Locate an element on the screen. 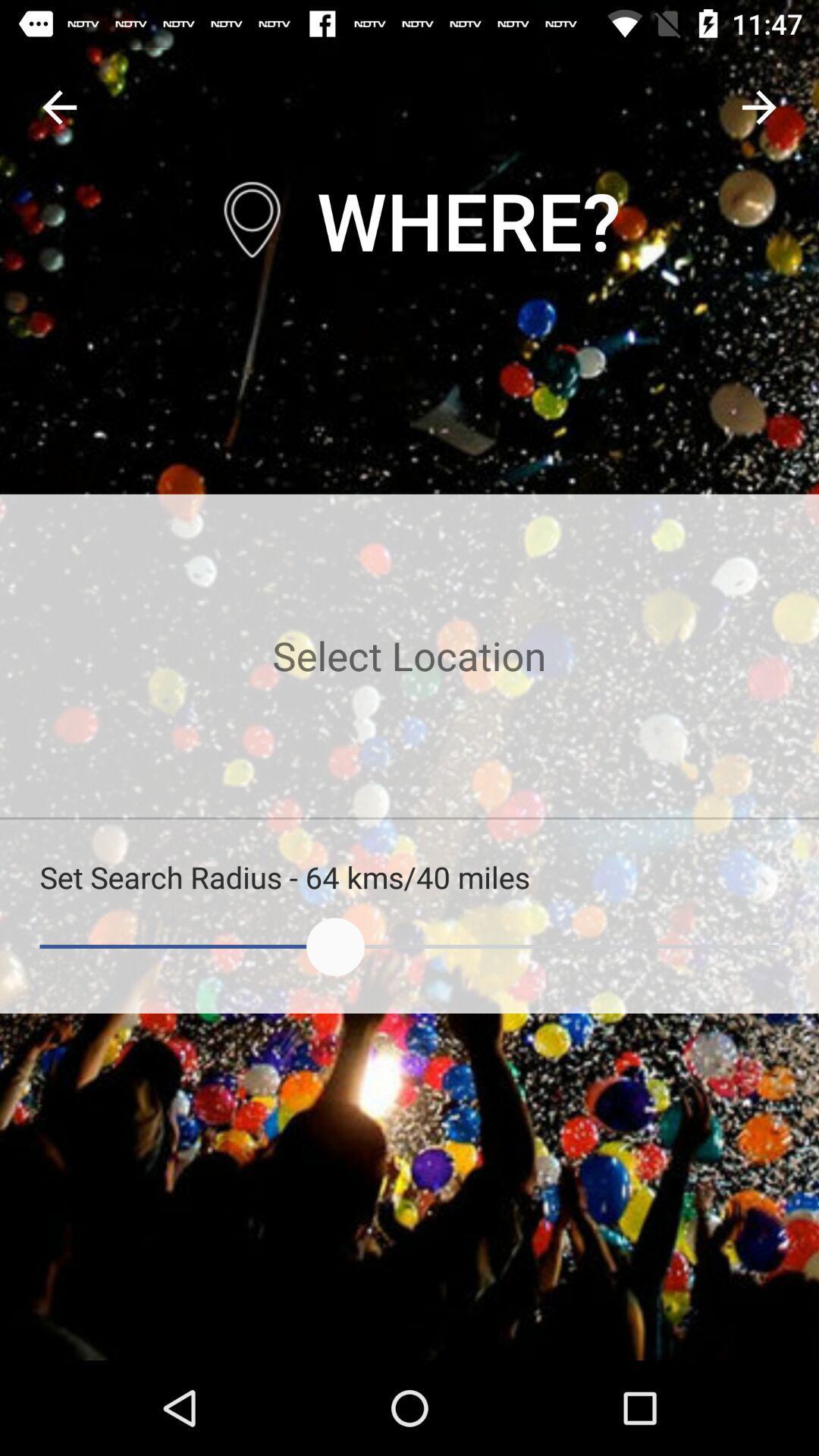 This screenshot has width=819, height=1456. go back is located at coordinates (58, 106).